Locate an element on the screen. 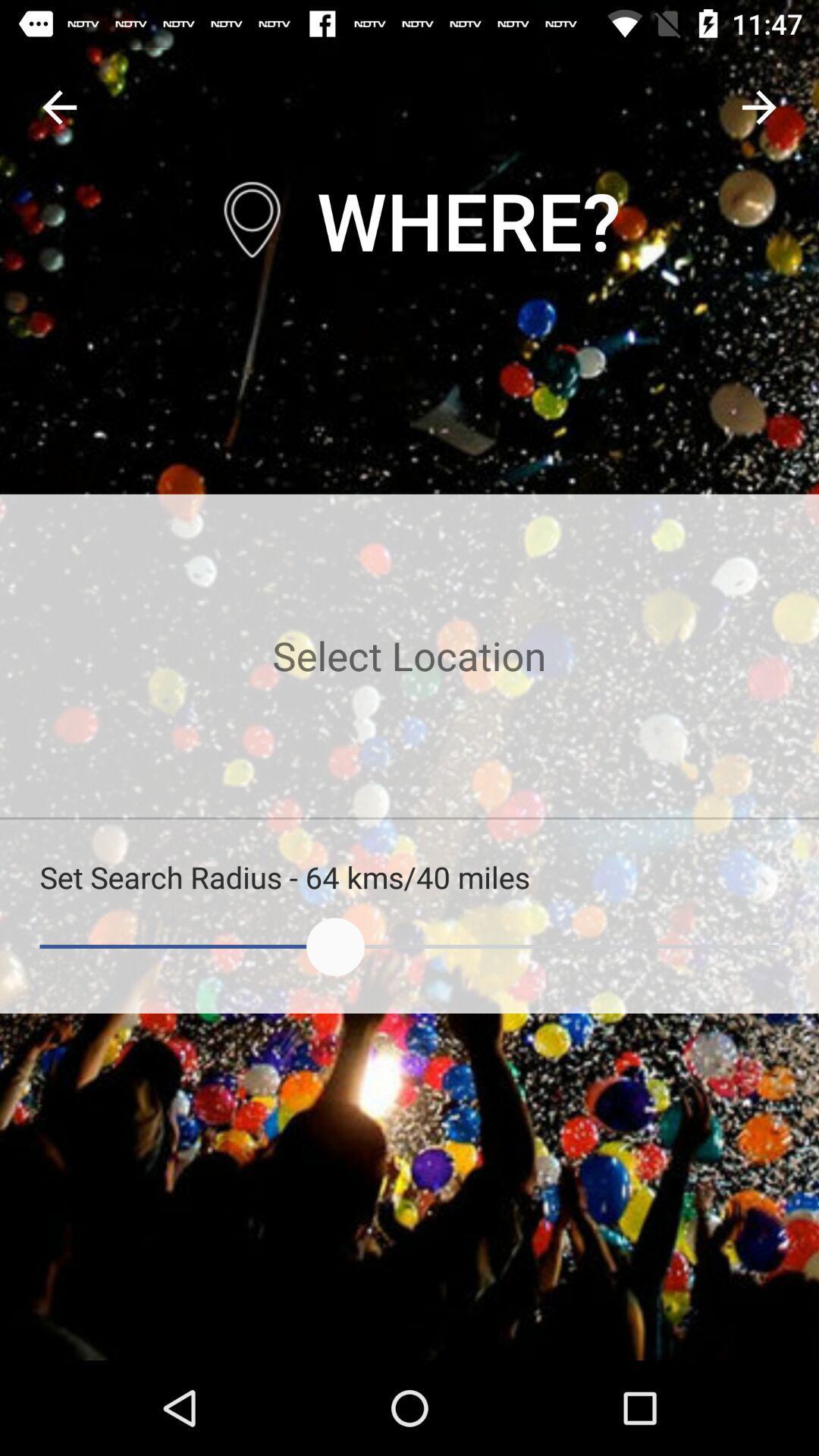 This screenshot has width=819, height=1456. go back is located at coordinates (58, 106).